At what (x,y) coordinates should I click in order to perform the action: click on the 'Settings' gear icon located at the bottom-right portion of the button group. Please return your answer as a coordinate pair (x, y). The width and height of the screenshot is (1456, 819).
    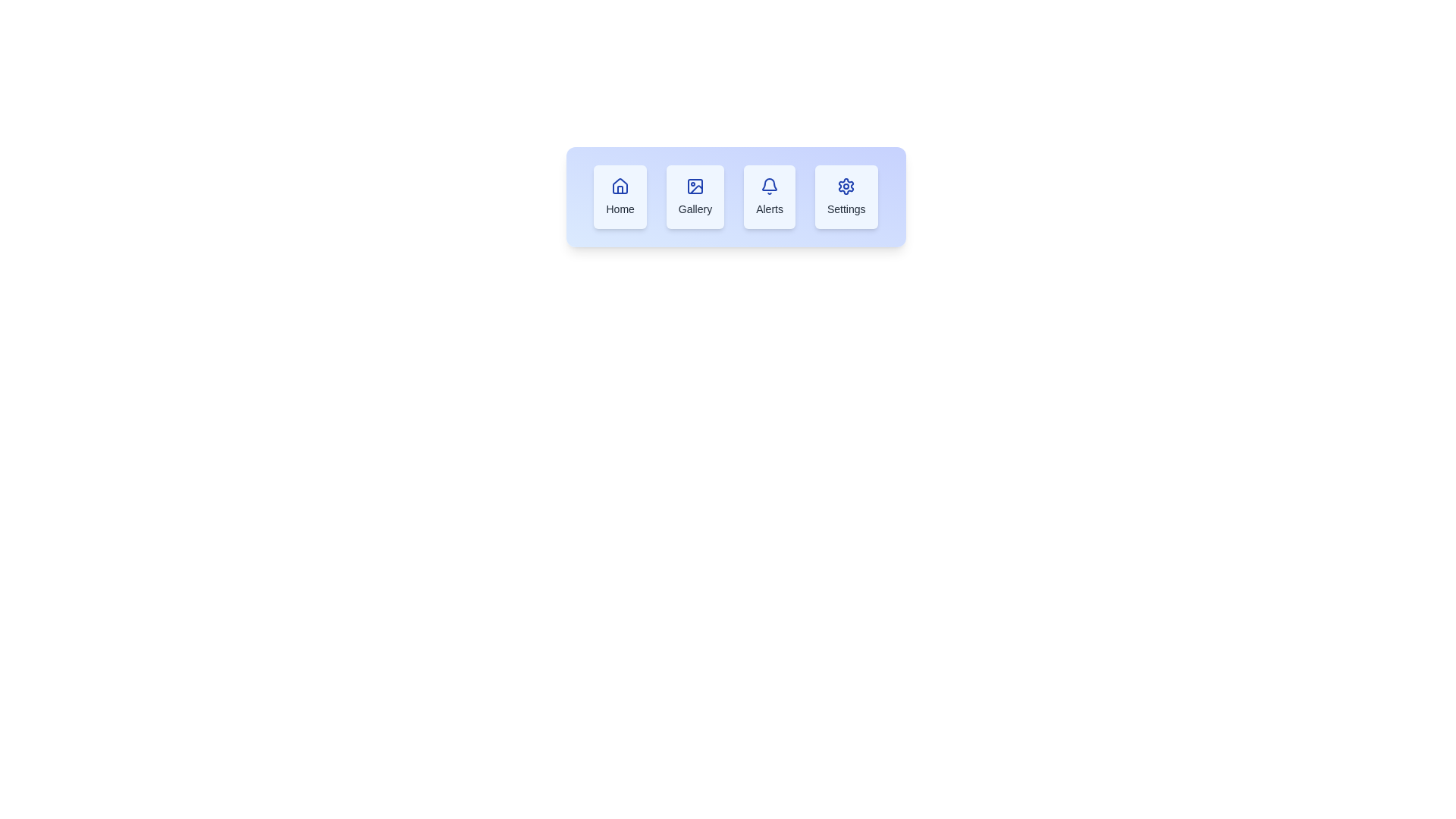
    Looking at the image, I should click on (846, 186).